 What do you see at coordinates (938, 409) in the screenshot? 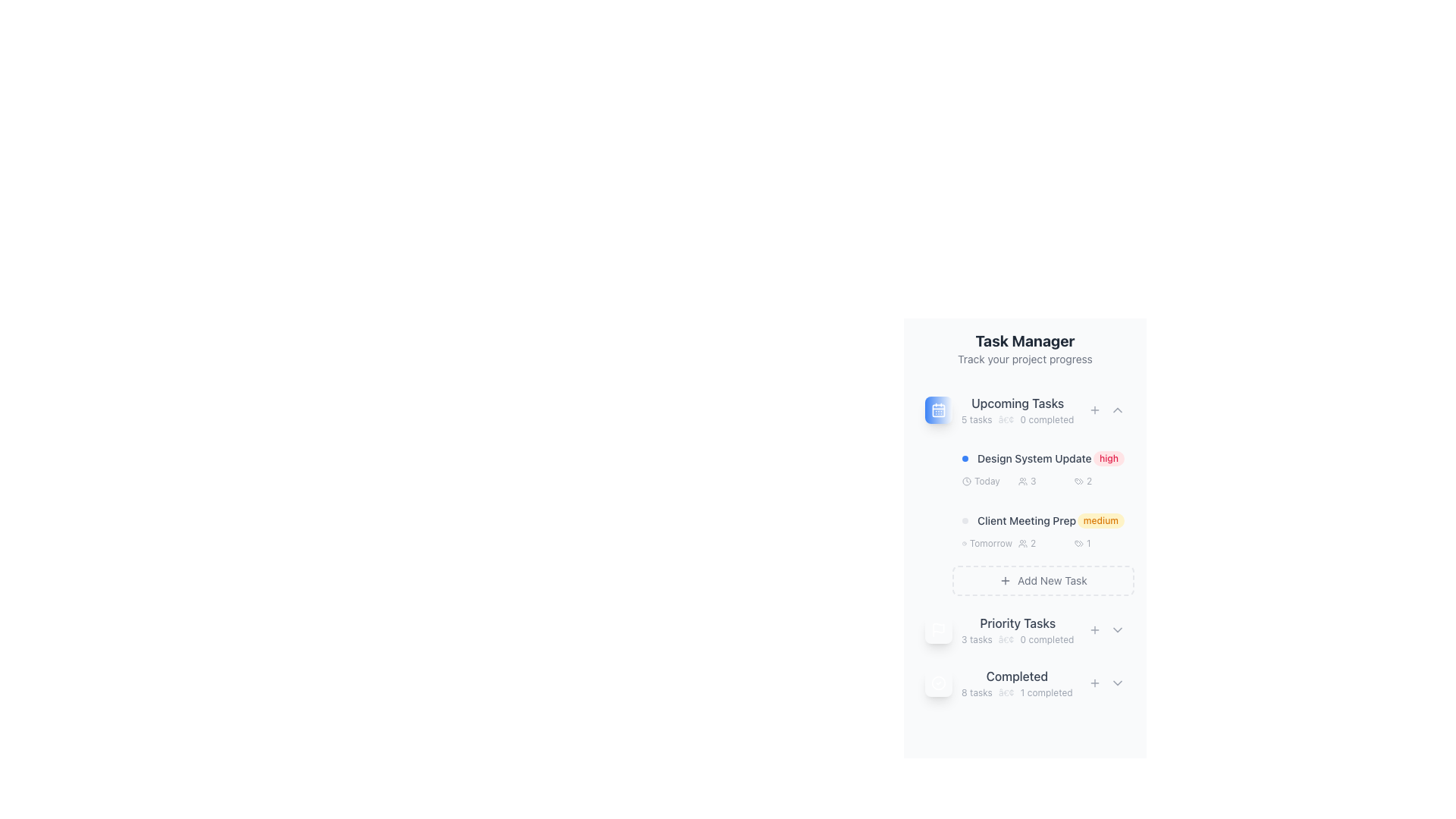
I see `the calendar icon located to the left of the 'Upcoming Tasks' text in the 'Upcoming Tasks' section to interact with it` at bounding box center [938, 409].